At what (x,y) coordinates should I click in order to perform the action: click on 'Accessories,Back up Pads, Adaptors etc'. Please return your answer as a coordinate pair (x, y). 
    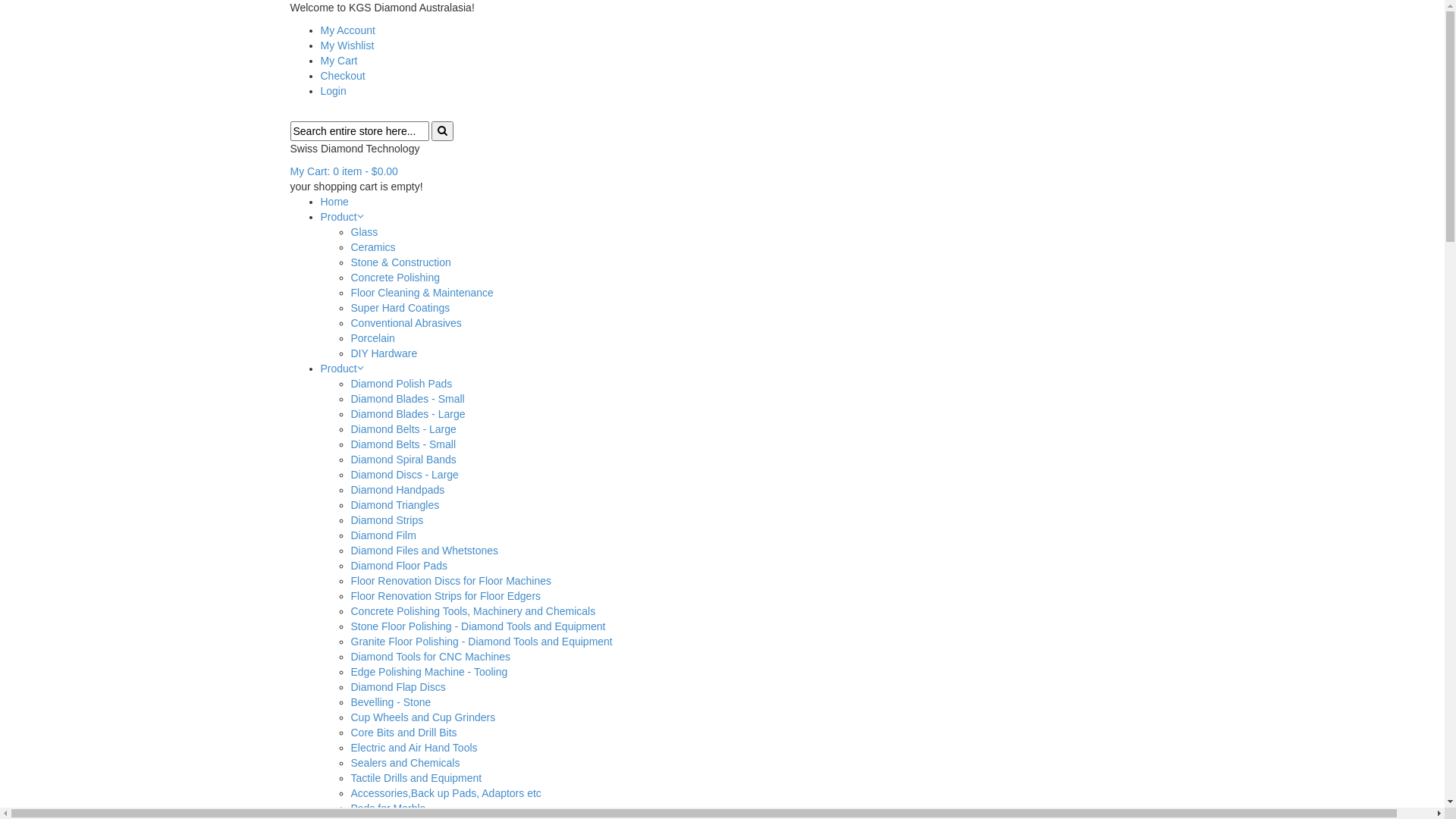
    Looking at the image, I should click on (444, 792).